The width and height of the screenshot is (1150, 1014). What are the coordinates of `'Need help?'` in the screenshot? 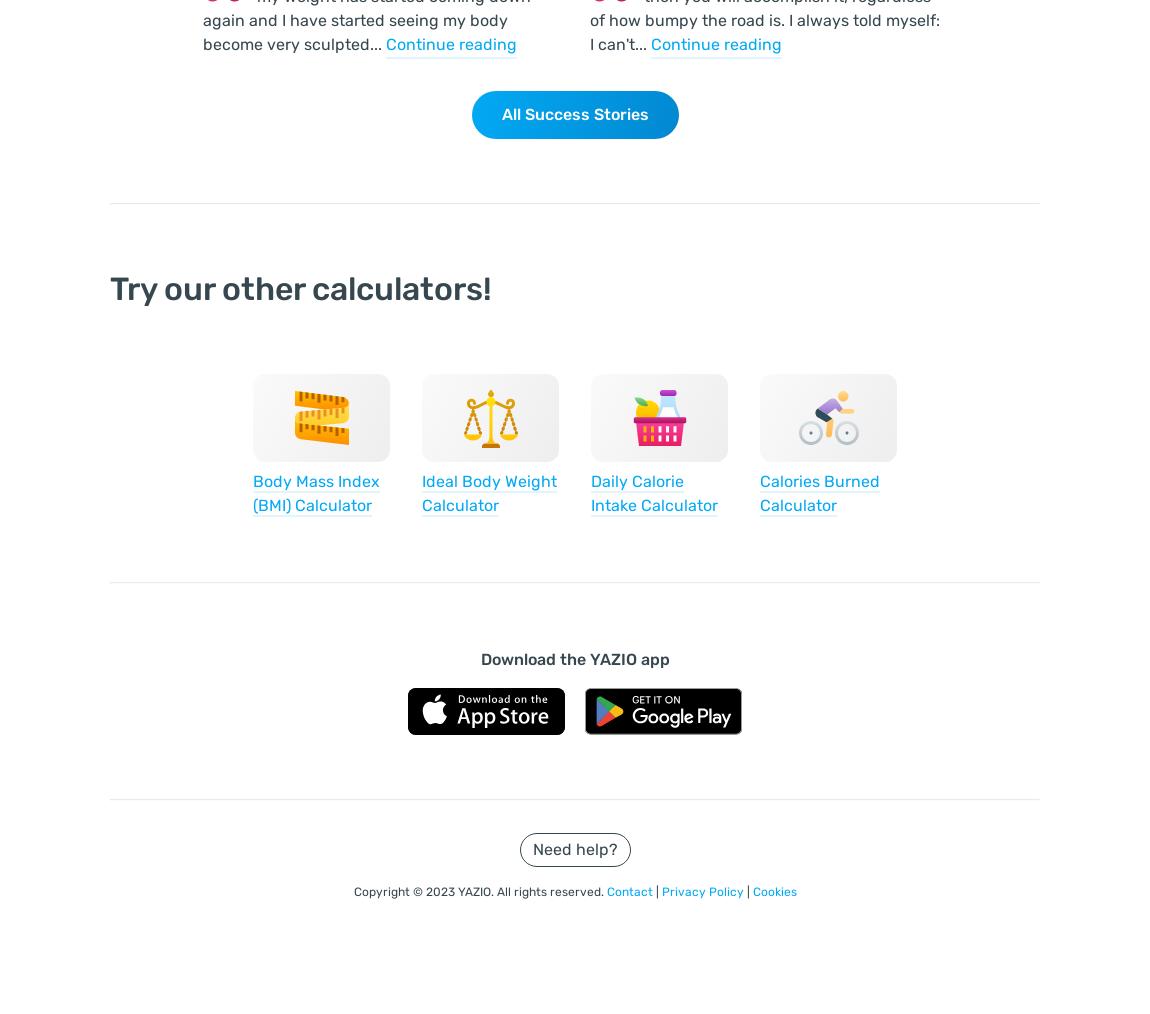 It's located at (574, 848).